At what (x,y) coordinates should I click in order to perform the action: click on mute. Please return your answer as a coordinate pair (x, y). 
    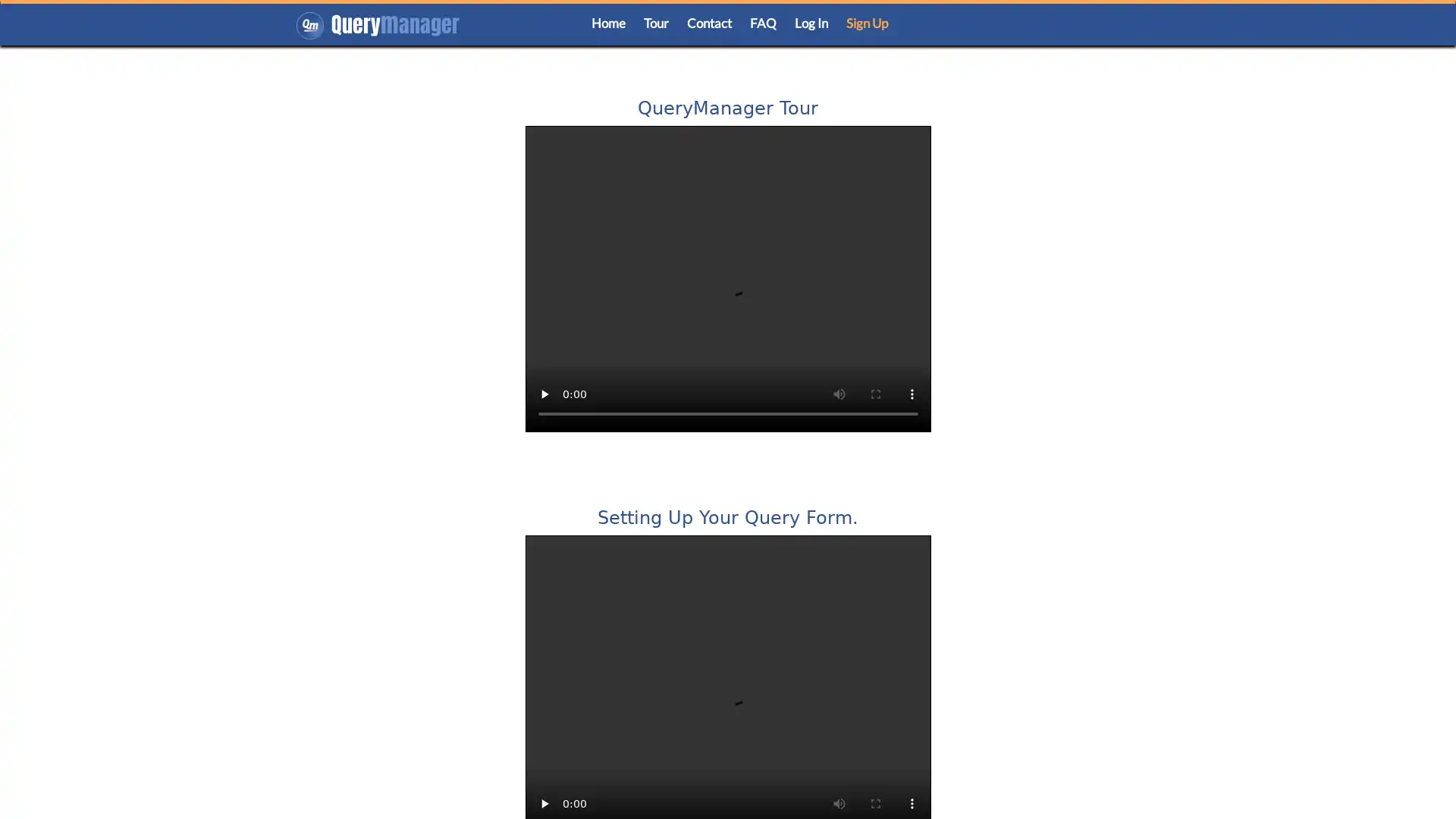
    Looking at the image, I should click on (837, 394).